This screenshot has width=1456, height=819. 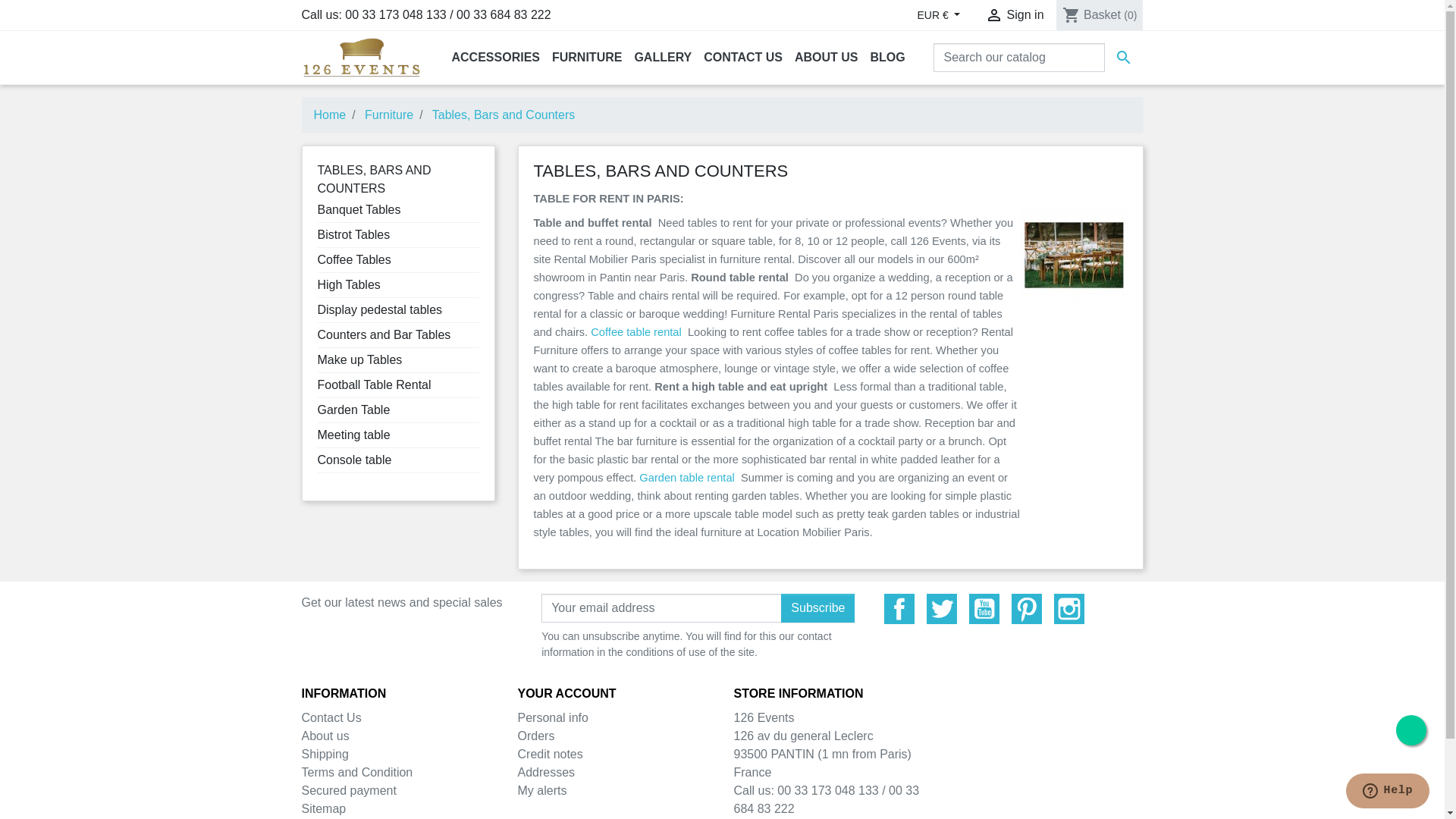 I want to click on 'Display pedestal tables', so click(x=379, y=309).